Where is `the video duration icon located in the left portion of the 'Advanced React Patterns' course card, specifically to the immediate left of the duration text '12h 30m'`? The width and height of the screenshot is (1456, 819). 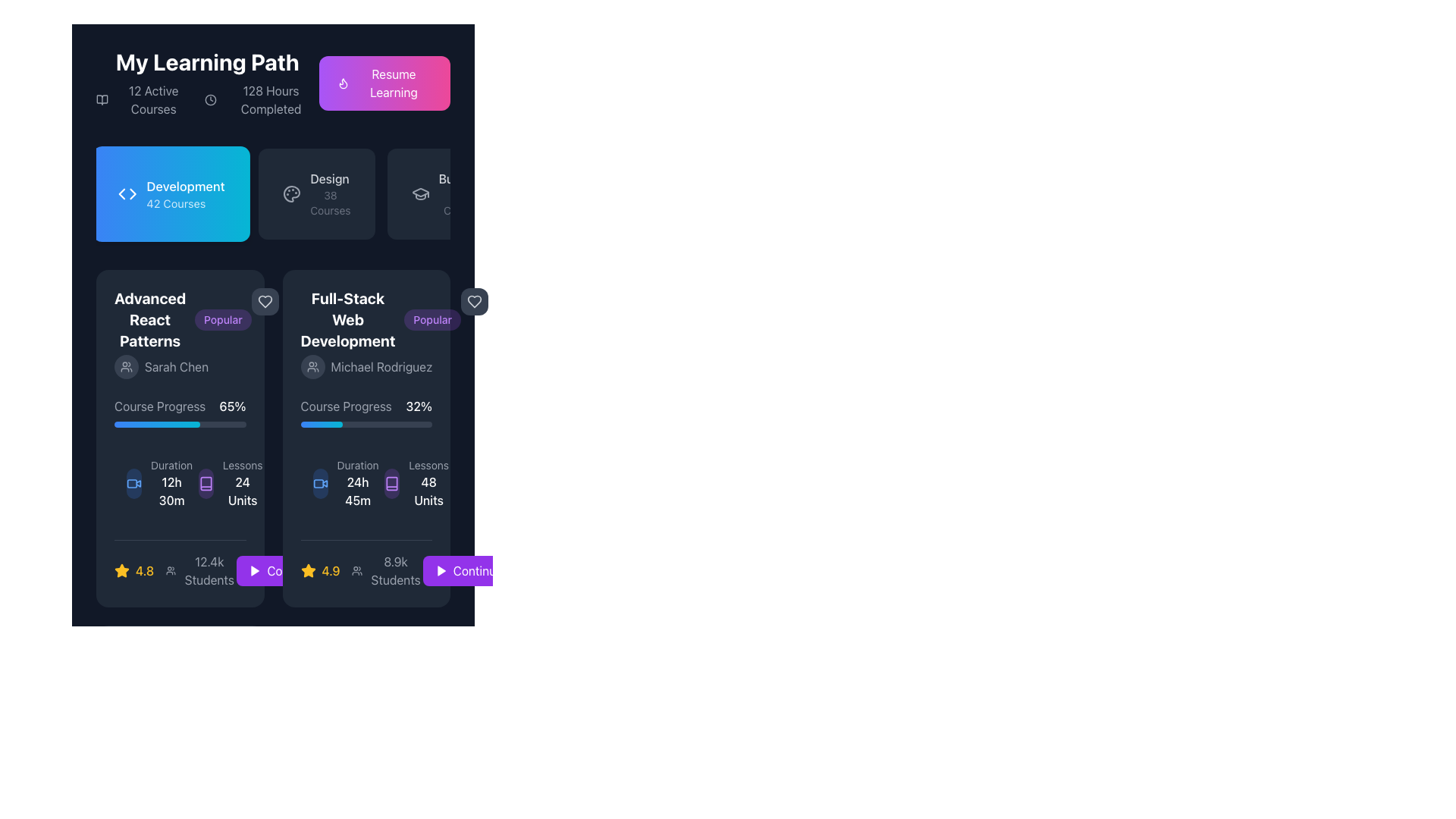 the video duration icon located in the left portion of the 'Advanced React Patterns' course card, specifically to the immediate left of the duration text '12h 30m' is located at coordinates (134, 483).